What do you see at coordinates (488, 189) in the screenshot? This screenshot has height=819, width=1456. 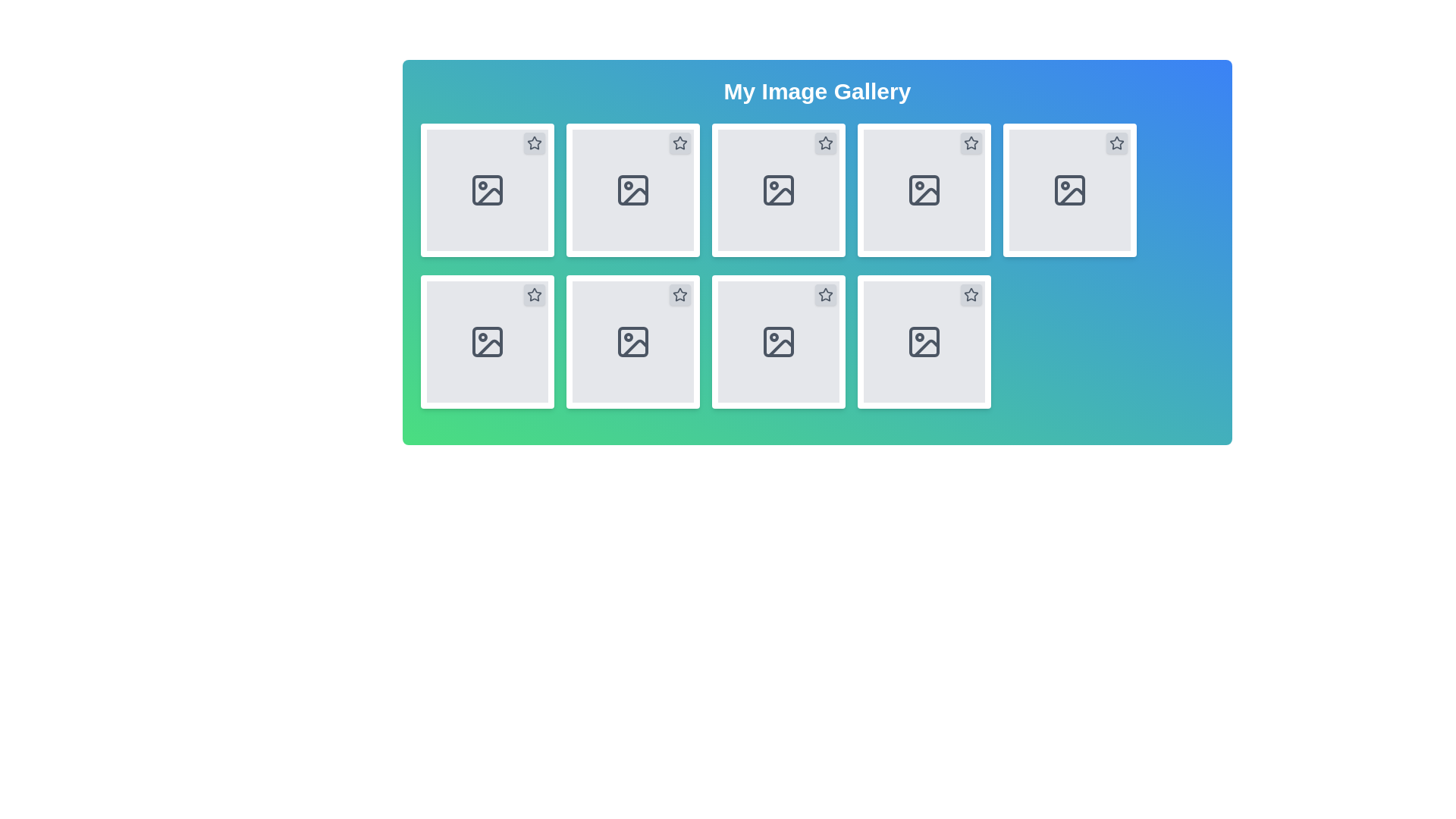 I see `the Image Icon Placeholder located at the first cell of the first row in the 3x3 grid of the image gallery` at bounding box center [488, 189].